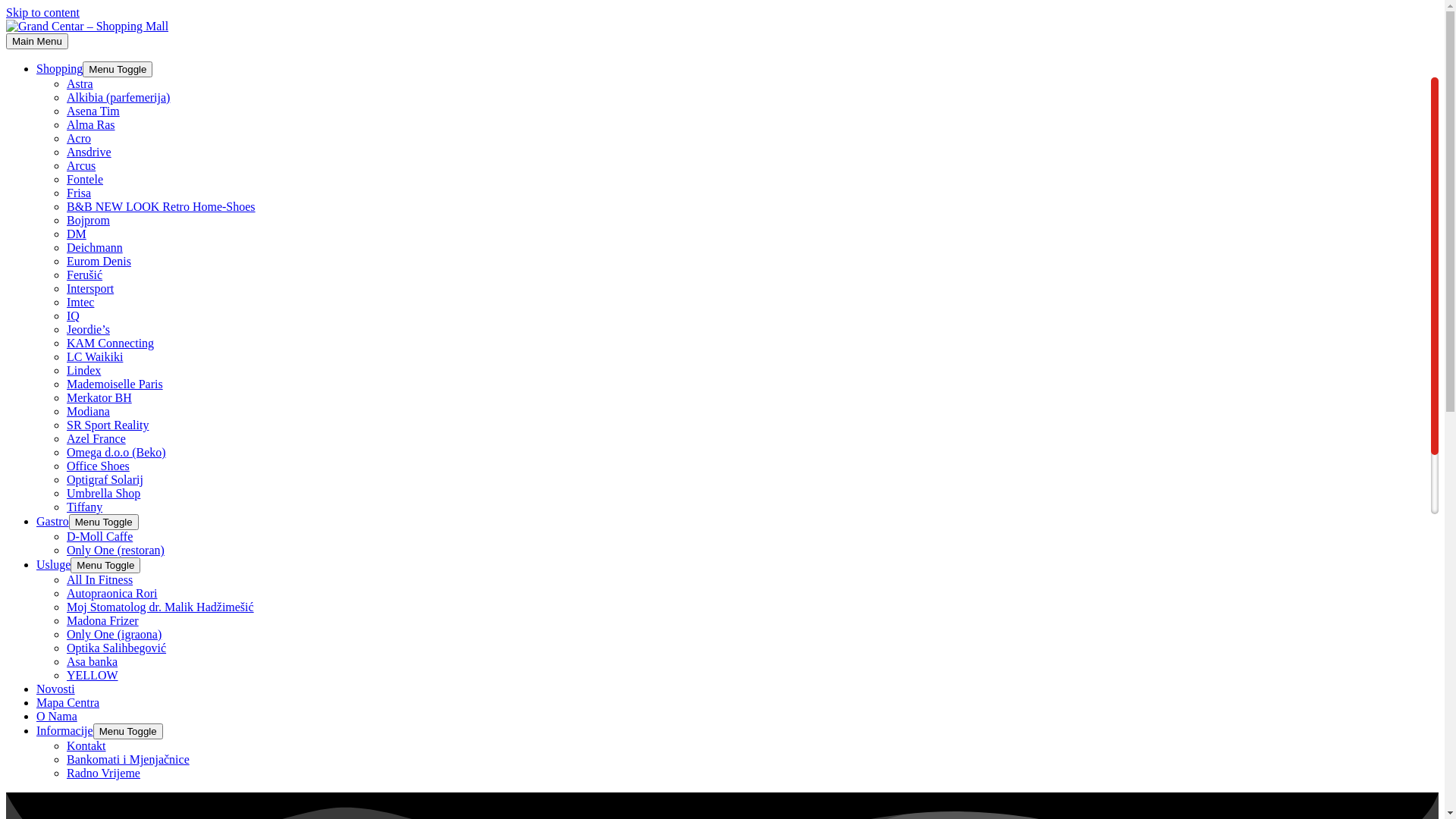 The image size is (1456, 819). What do you see at coordinates (65, 192) in the screenshot?
I see `'Frisa'` at bounding box center [65, 192].